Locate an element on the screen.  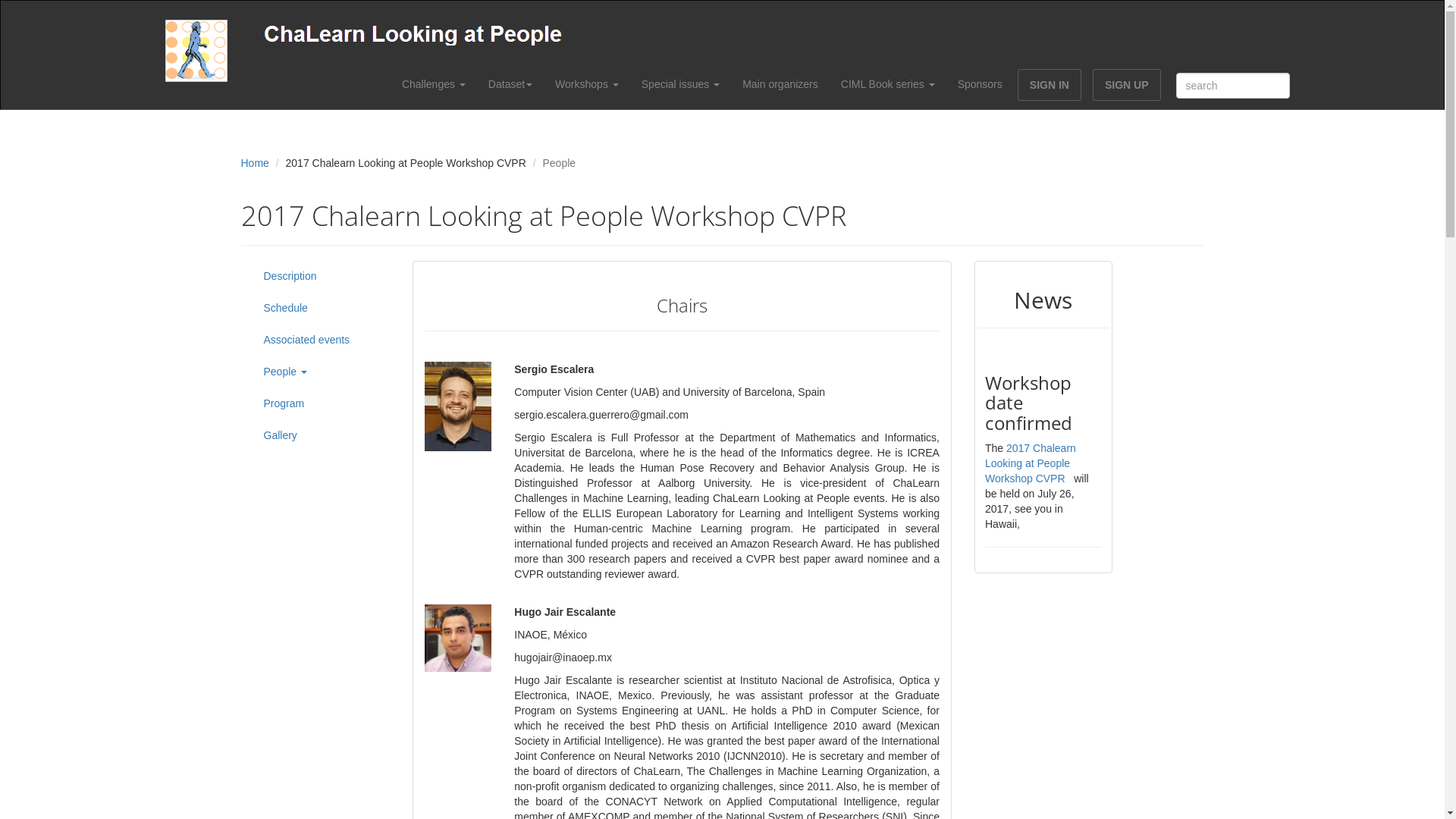
'2017 Chalearn Looking at People Workshop CVPR' is located at coordinates (1030, 462).